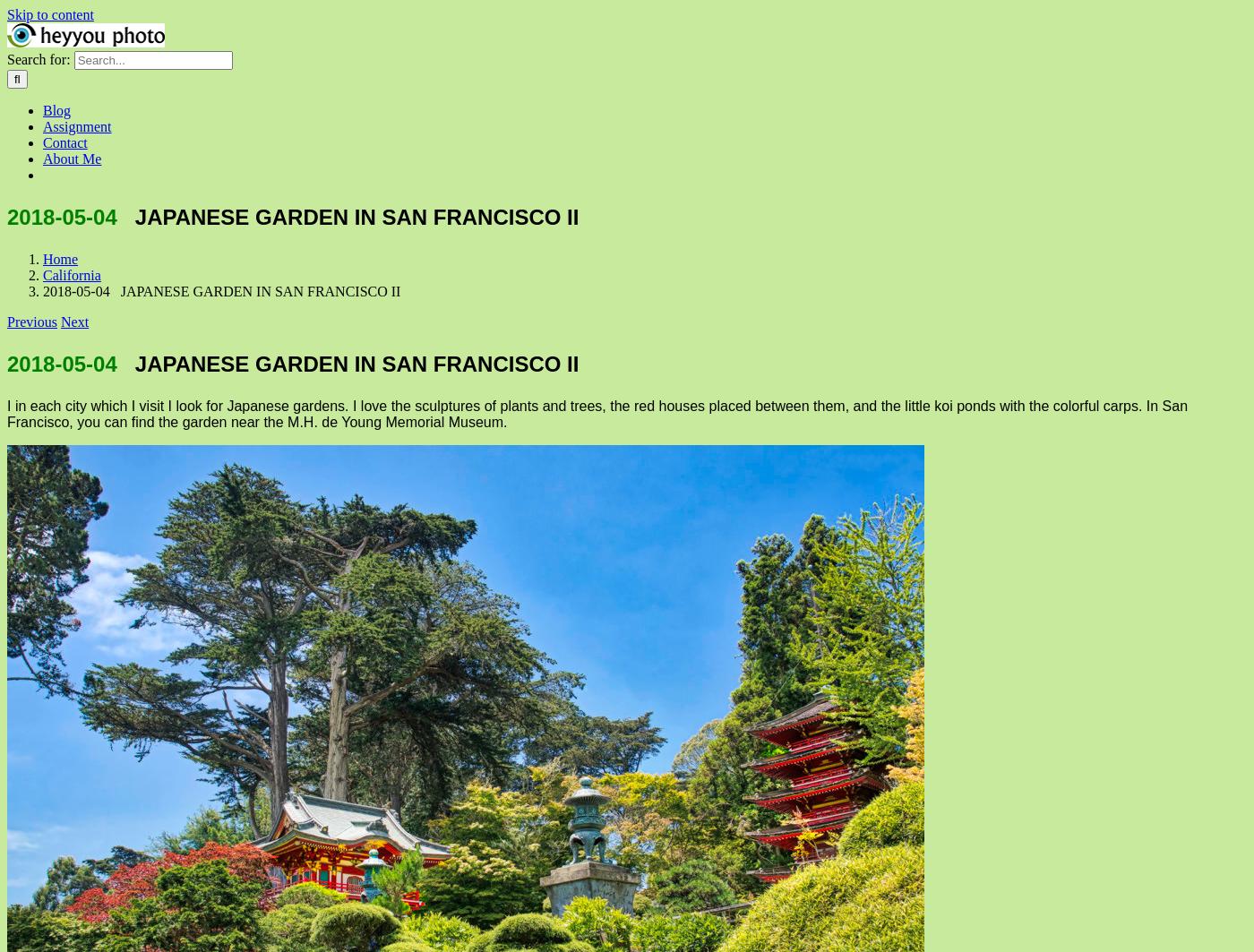  What do you see at coordinates (43, 159) in the screenshot?
I see `'About Me'` at bounding box center [43, 159].